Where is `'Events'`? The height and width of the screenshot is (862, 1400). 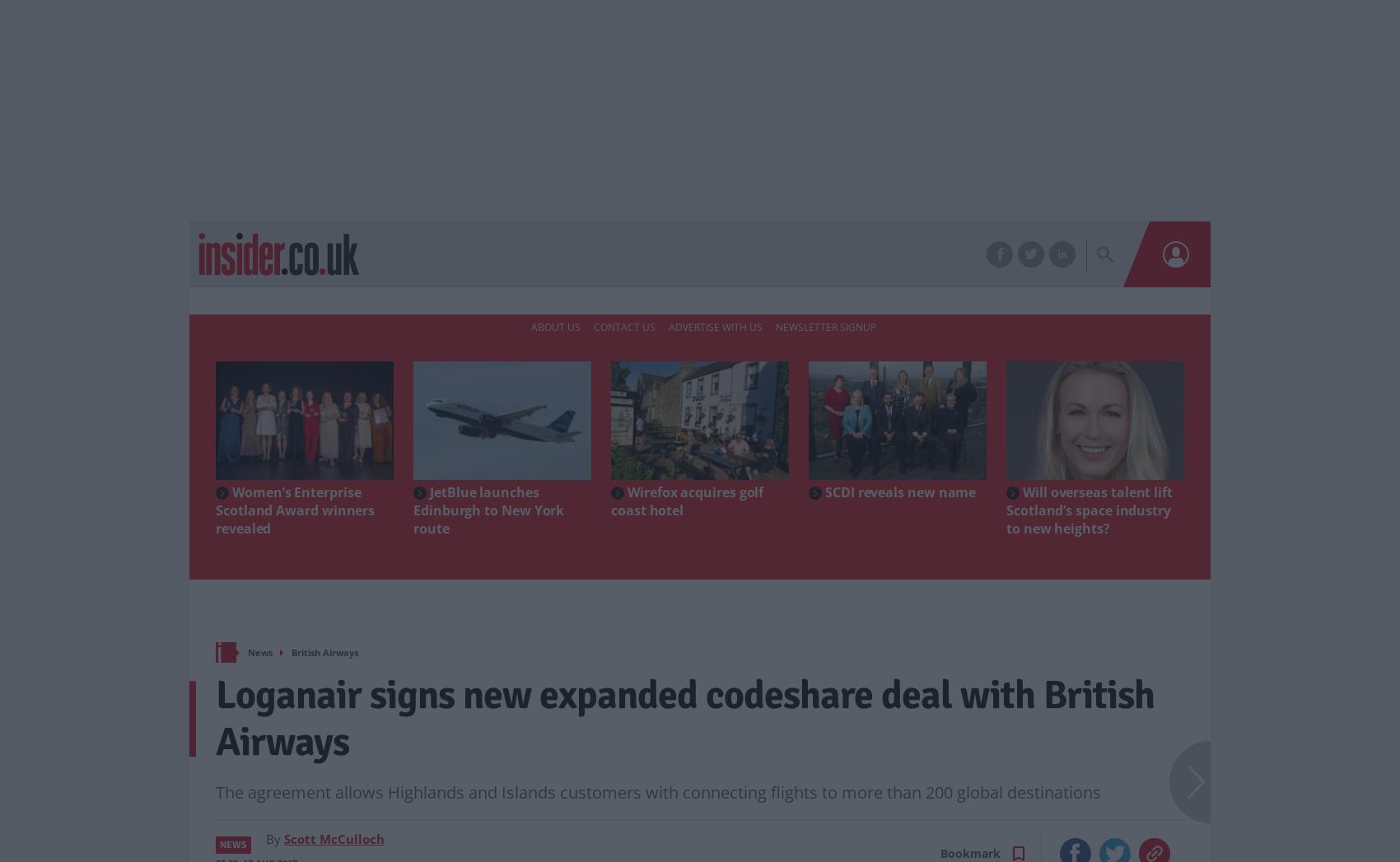
'Events' is located at coordinates (623, 254).